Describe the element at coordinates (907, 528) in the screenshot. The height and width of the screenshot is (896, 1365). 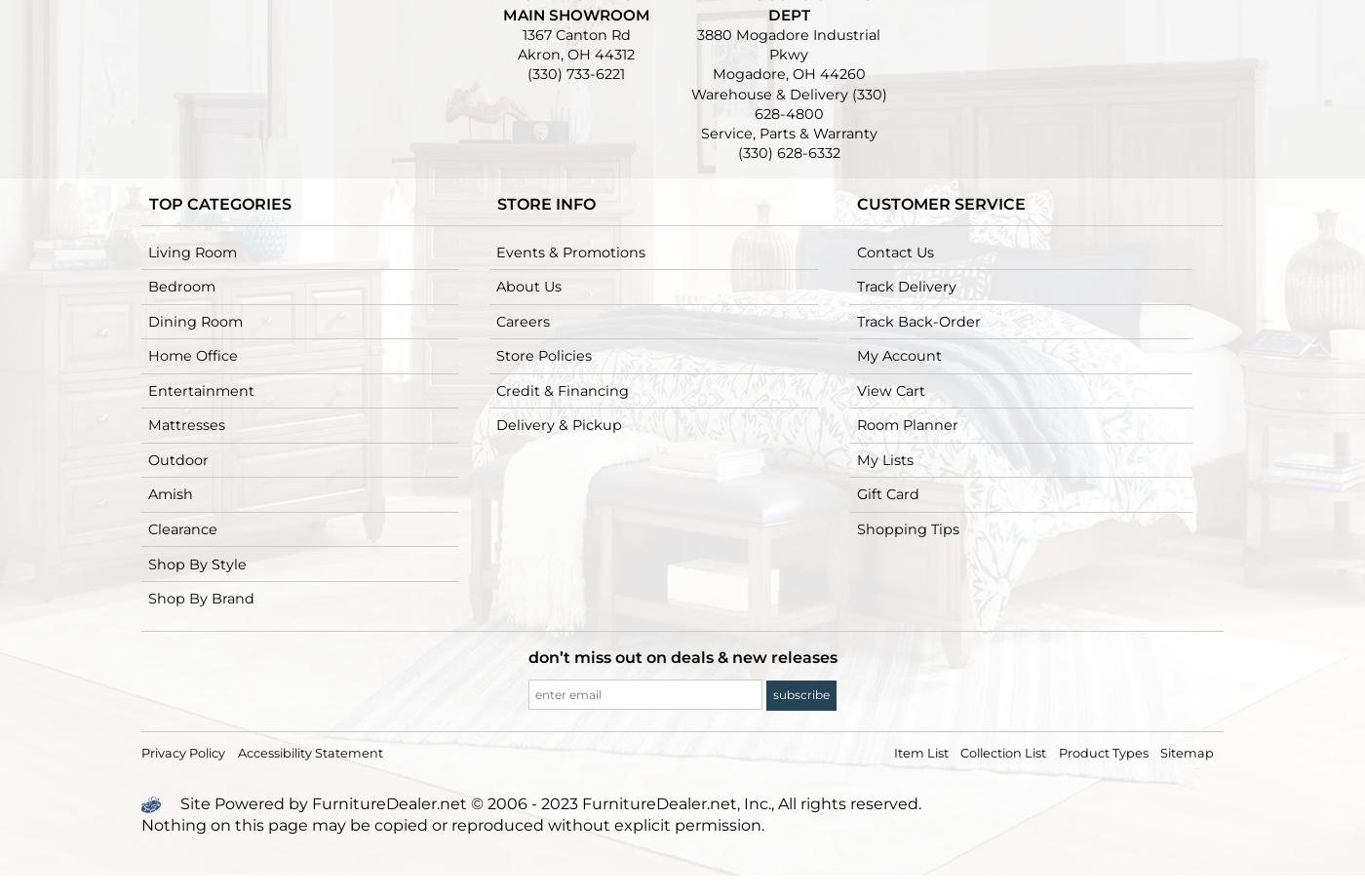
I see `'Shopping Tips'` at that location.